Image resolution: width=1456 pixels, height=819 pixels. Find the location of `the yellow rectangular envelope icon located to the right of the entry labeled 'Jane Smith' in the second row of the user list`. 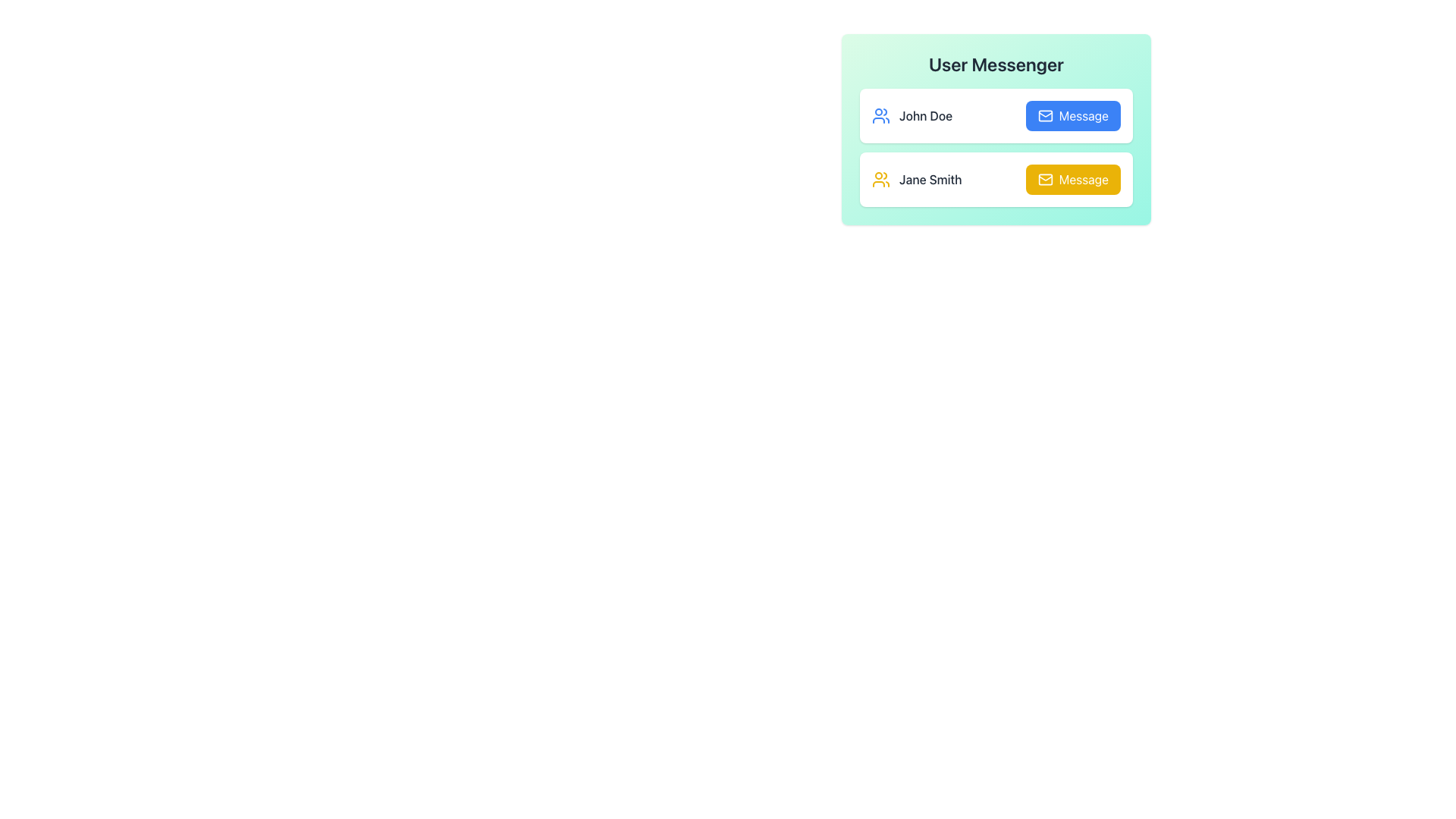

the yellow rectangular envelope icon located to the right of the entry labeled 'Jane Smith' in the second row of the user list is located at coordinates (1044, 178).